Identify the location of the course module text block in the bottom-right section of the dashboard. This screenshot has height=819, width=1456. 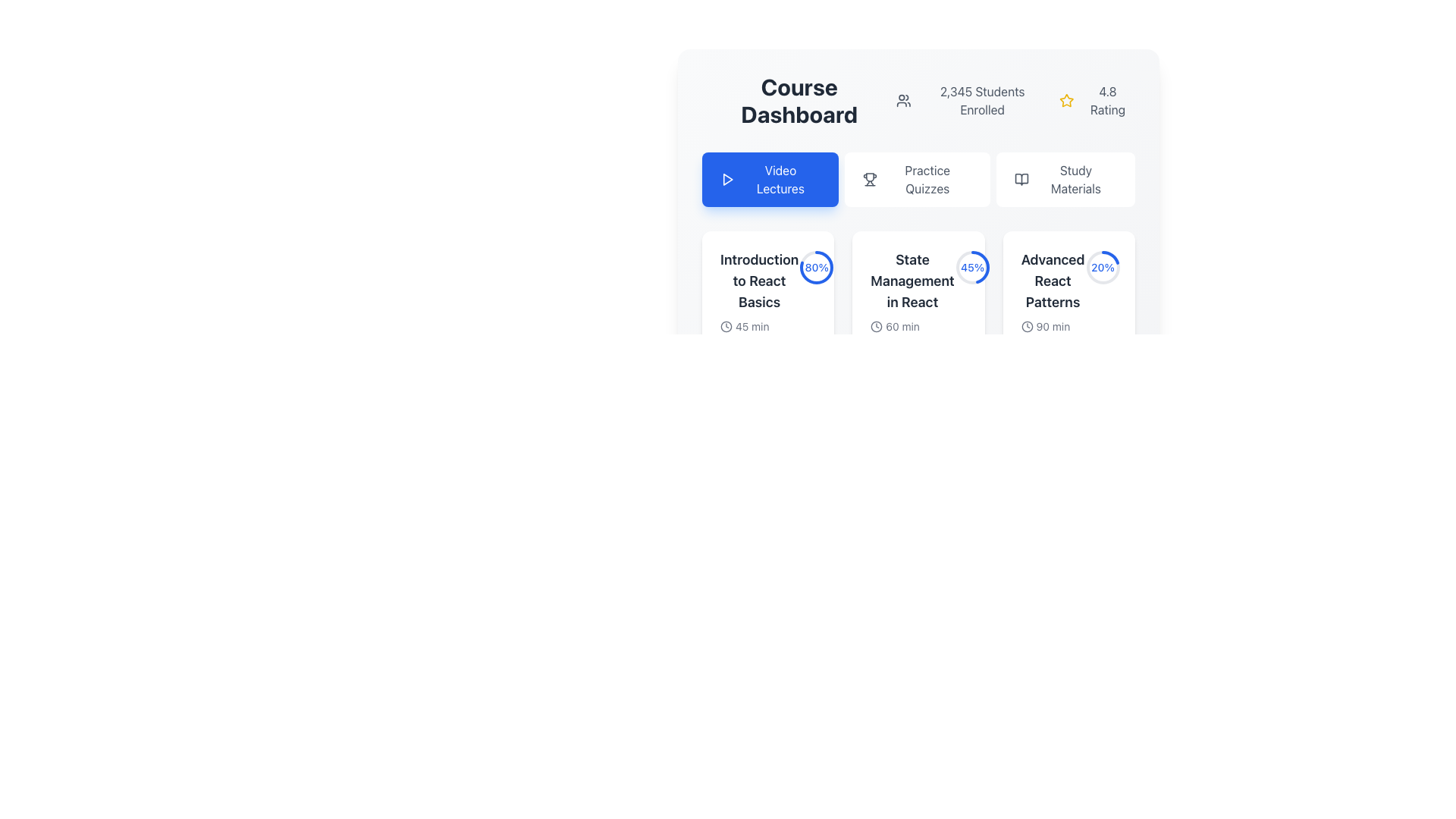
(1068, 309).